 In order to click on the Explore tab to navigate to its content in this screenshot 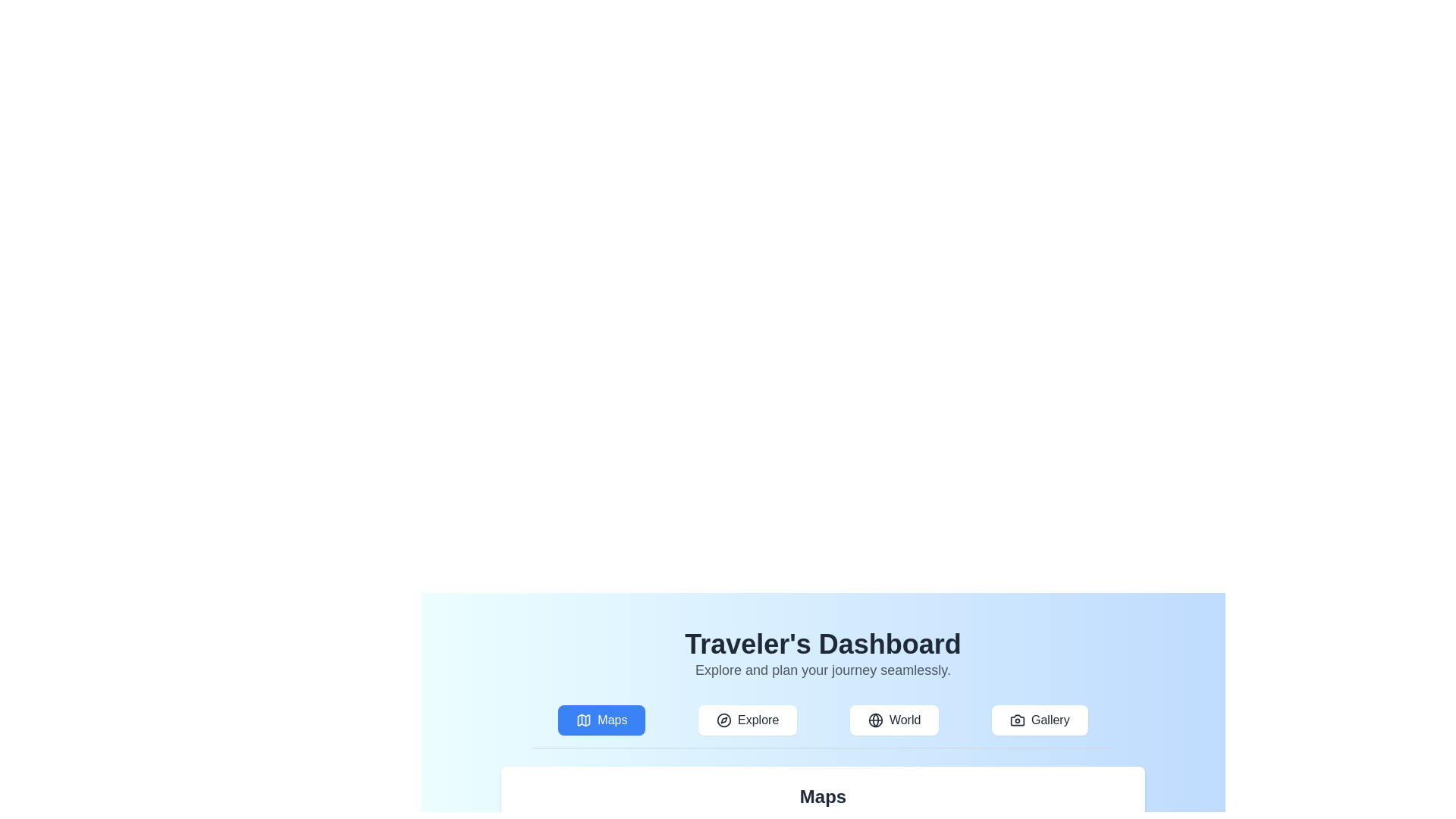, I will do `click(748, 719)`.